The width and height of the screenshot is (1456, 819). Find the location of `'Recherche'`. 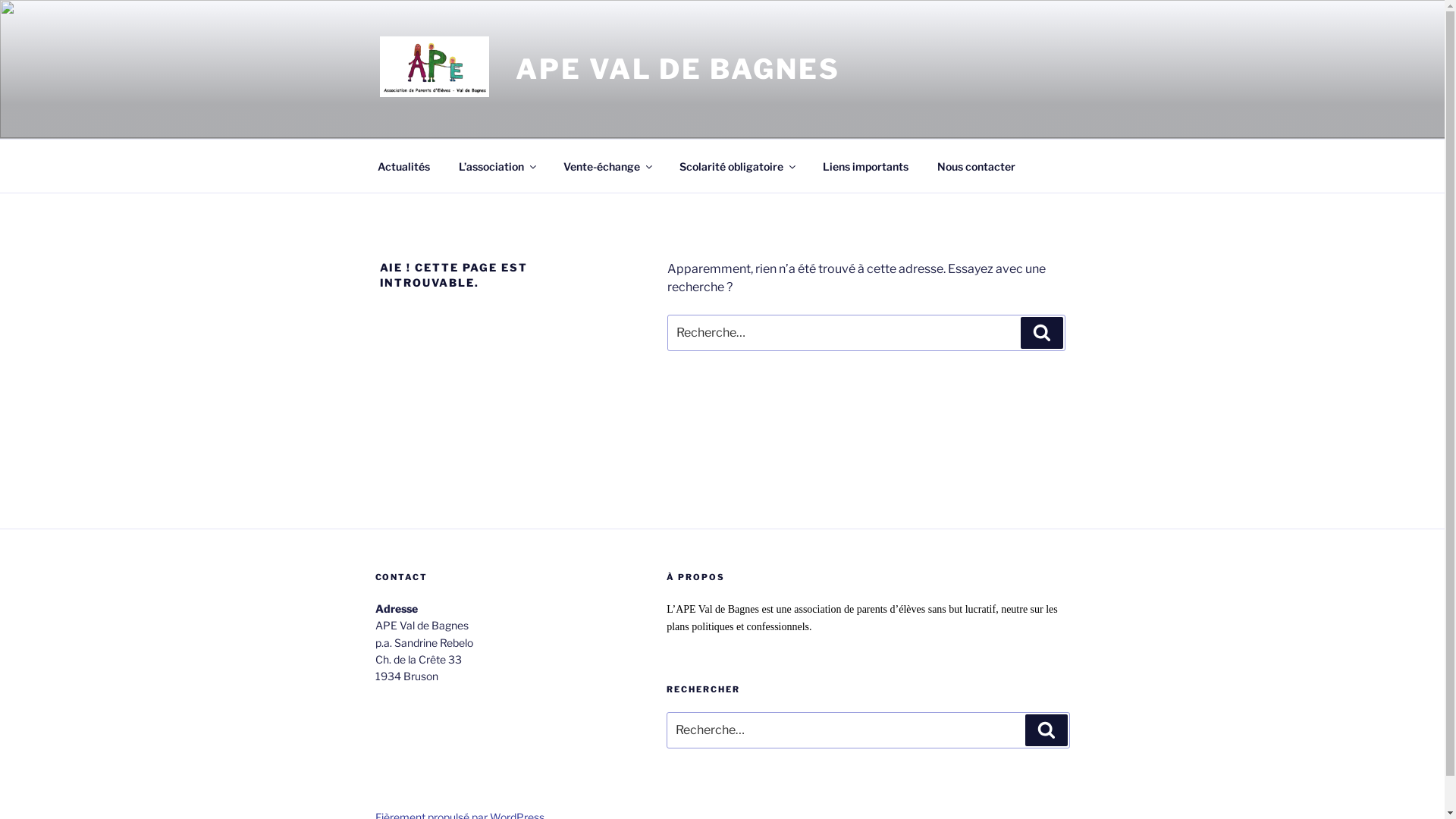

'Recherche' is located at coordinates (1046, 730).